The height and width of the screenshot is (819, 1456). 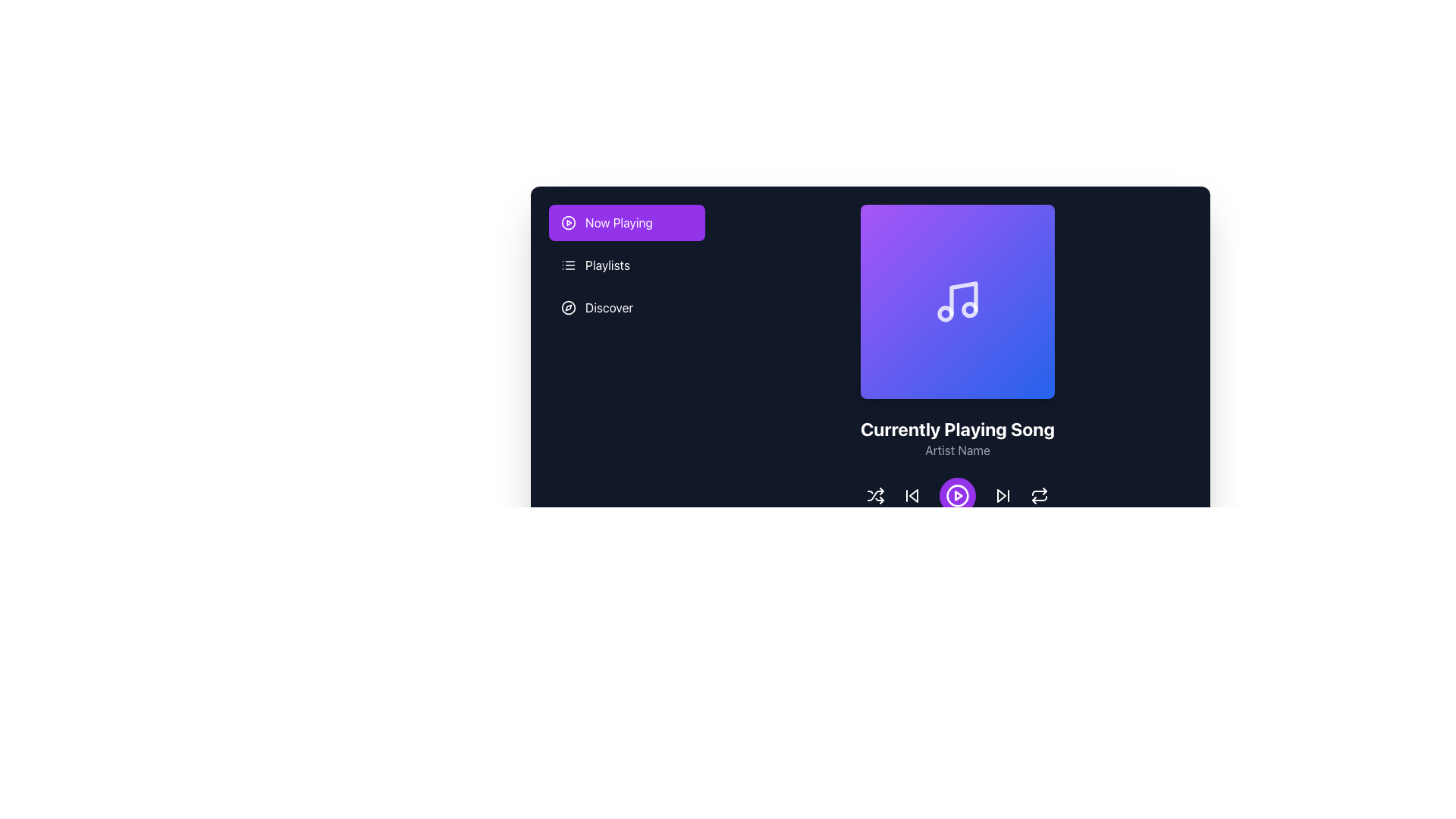 What do you see at coordinates (958, 496) in the screenshot?
I see `the play icon, which is a triangle inside a circle located at the bottom center of the interface beneath the text 'Currently Playing Song'` at bounding box center [958, 496].